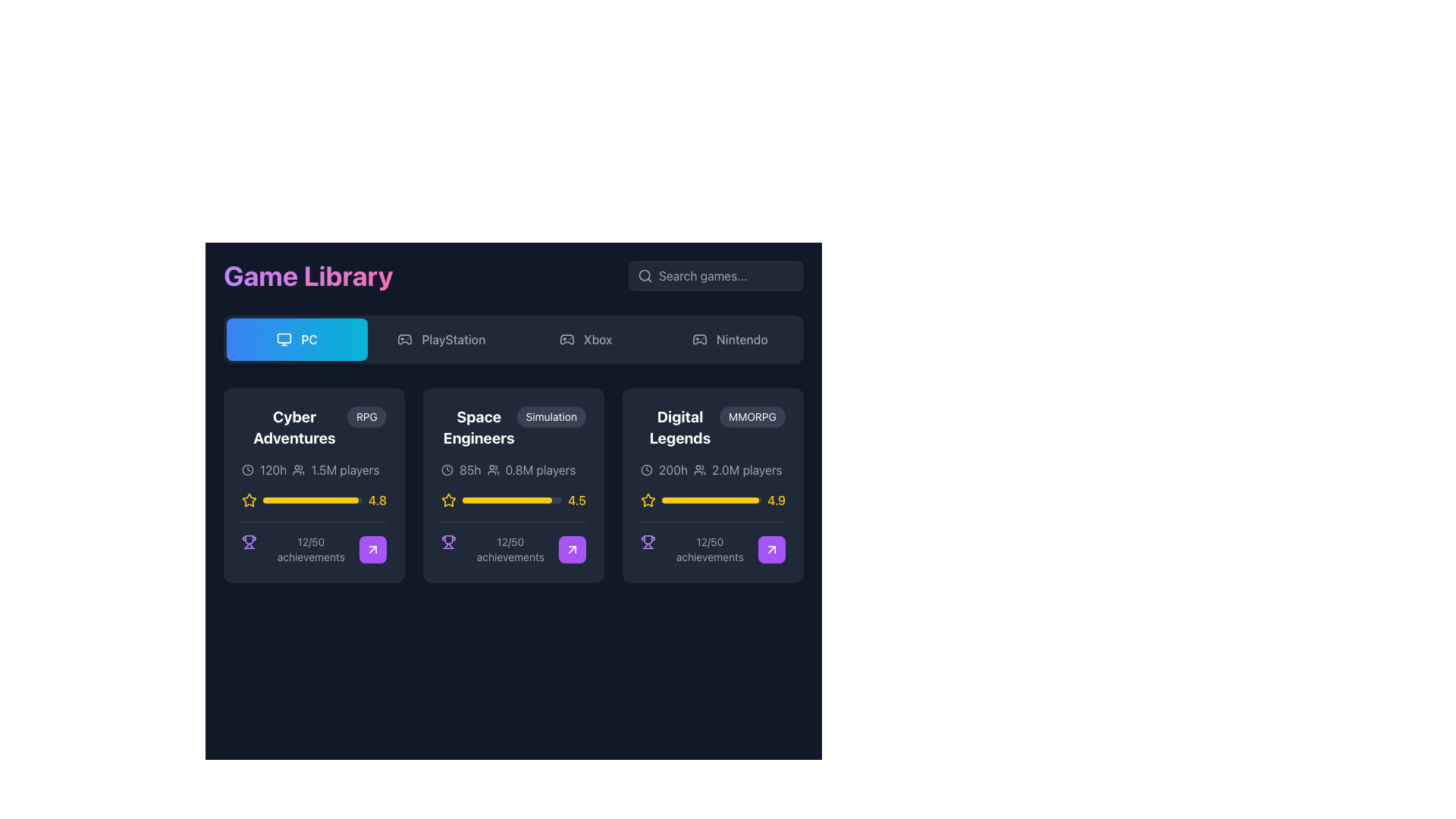 The height and width of the screenshot is (819, 1456). Describe the element at coordinates (698, 338) in the screenshot. I see `the game controller icon located towards the top-right corner of the interface, which is styled in a dark neutral tone and adjacent to other interactive elements` at that location.